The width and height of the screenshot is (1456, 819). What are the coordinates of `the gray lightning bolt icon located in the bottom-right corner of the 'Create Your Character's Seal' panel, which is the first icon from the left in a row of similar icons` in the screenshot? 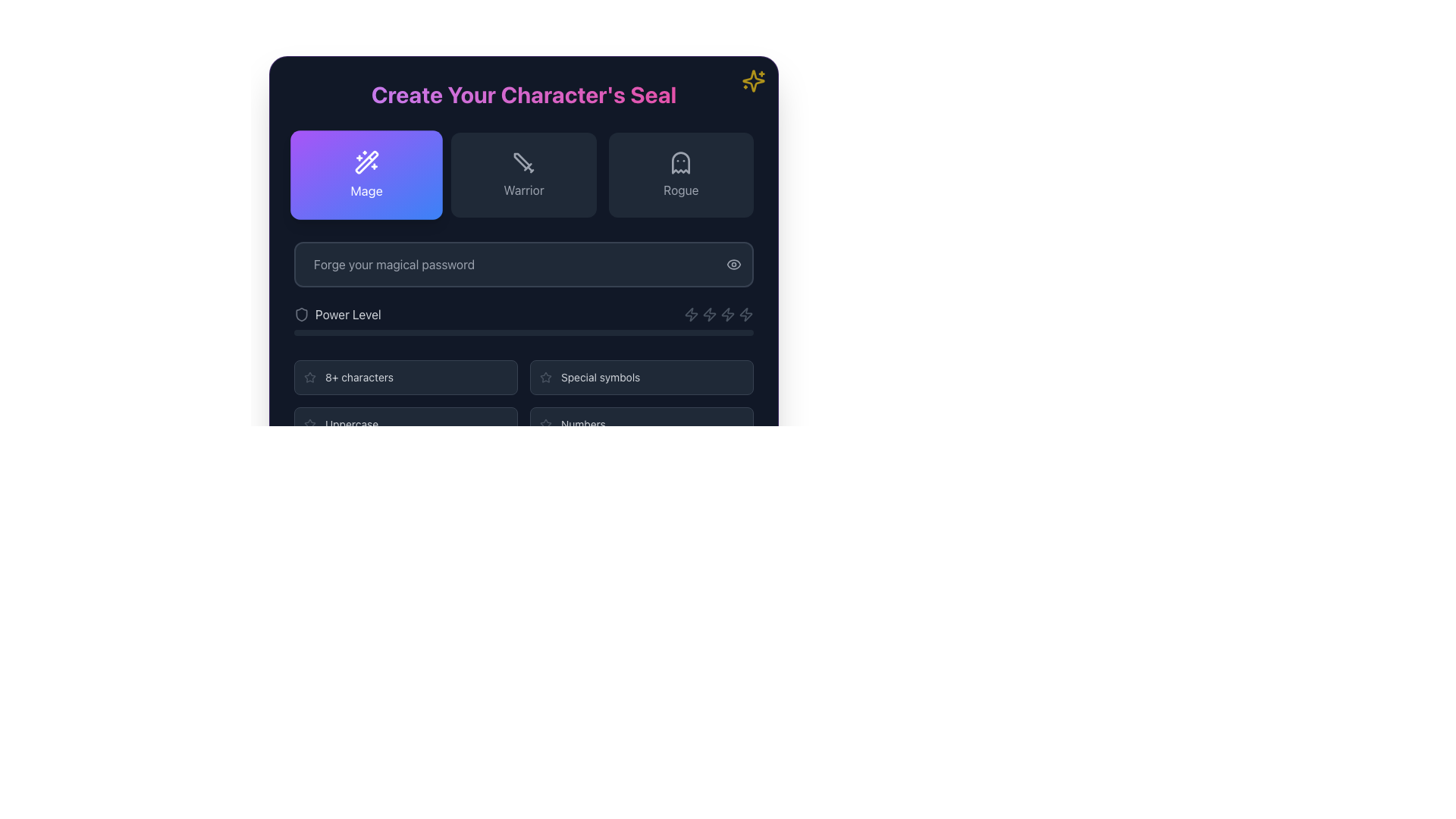 It's located at (691, 314).